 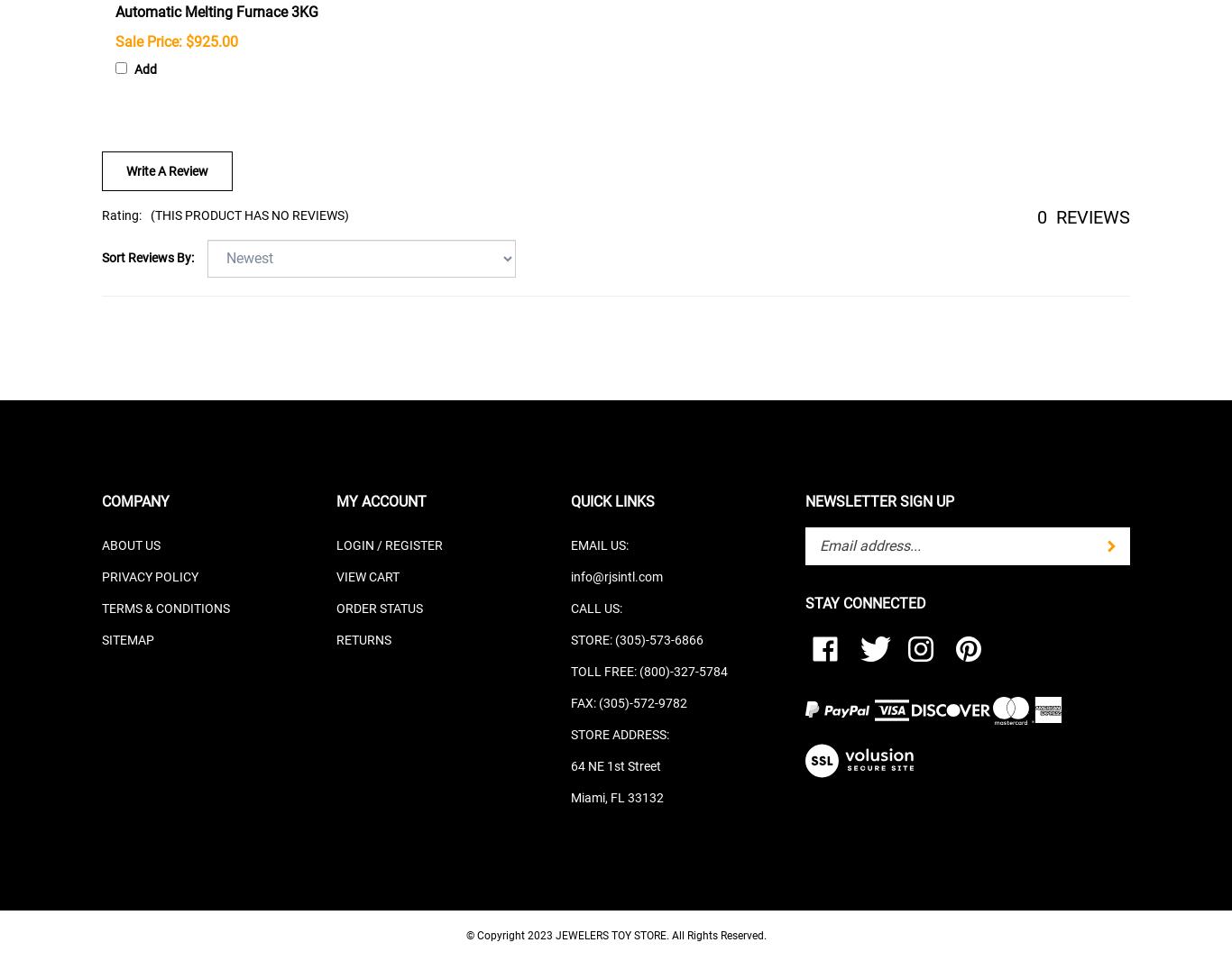 I want to click on '0', so click(x=1042, y=216).